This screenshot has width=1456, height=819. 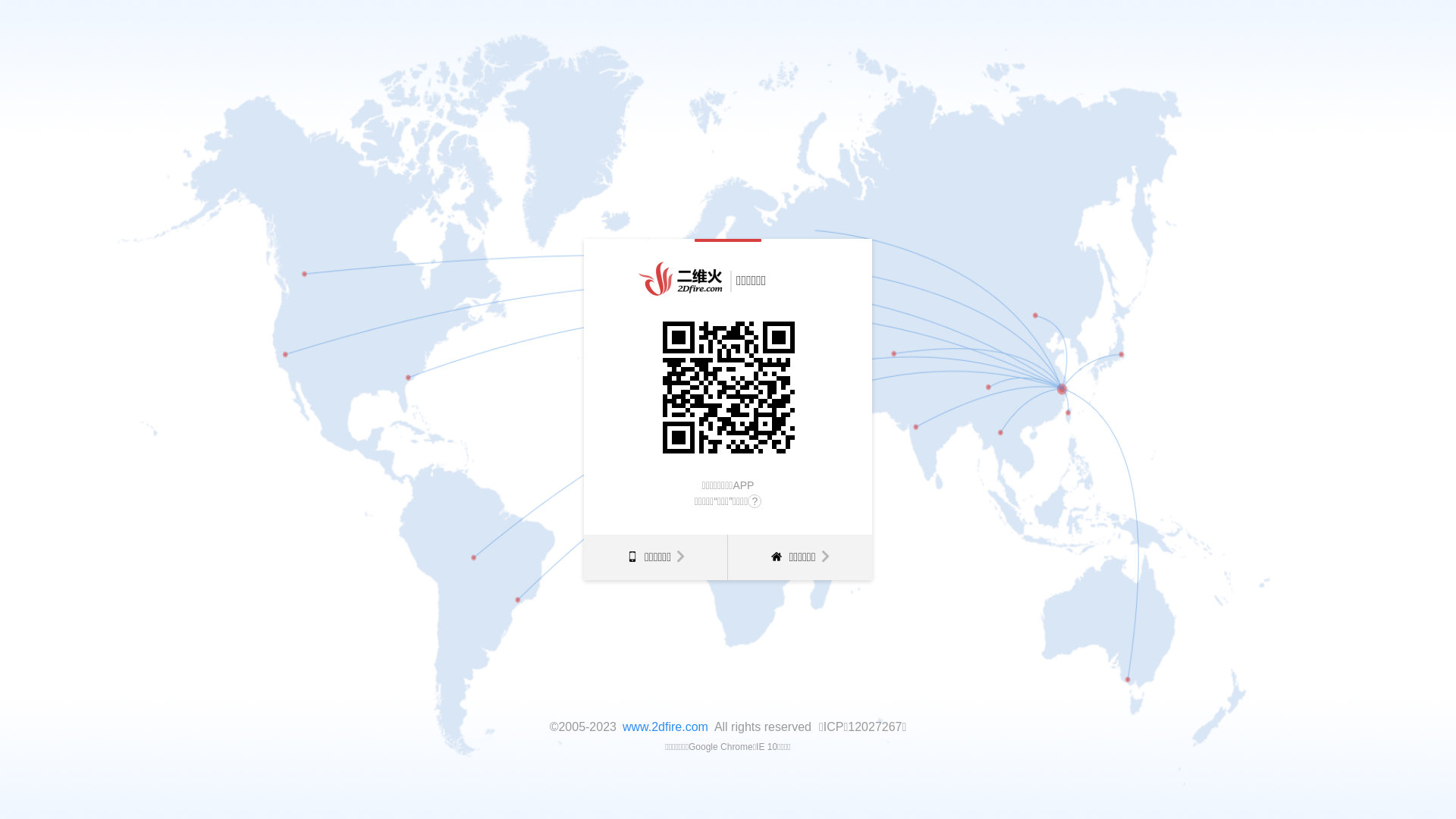 What do you see at coordinates (665, 726) in the screenshot?
I see `'www.2dfire.com'` at bounding box center [665, 726].